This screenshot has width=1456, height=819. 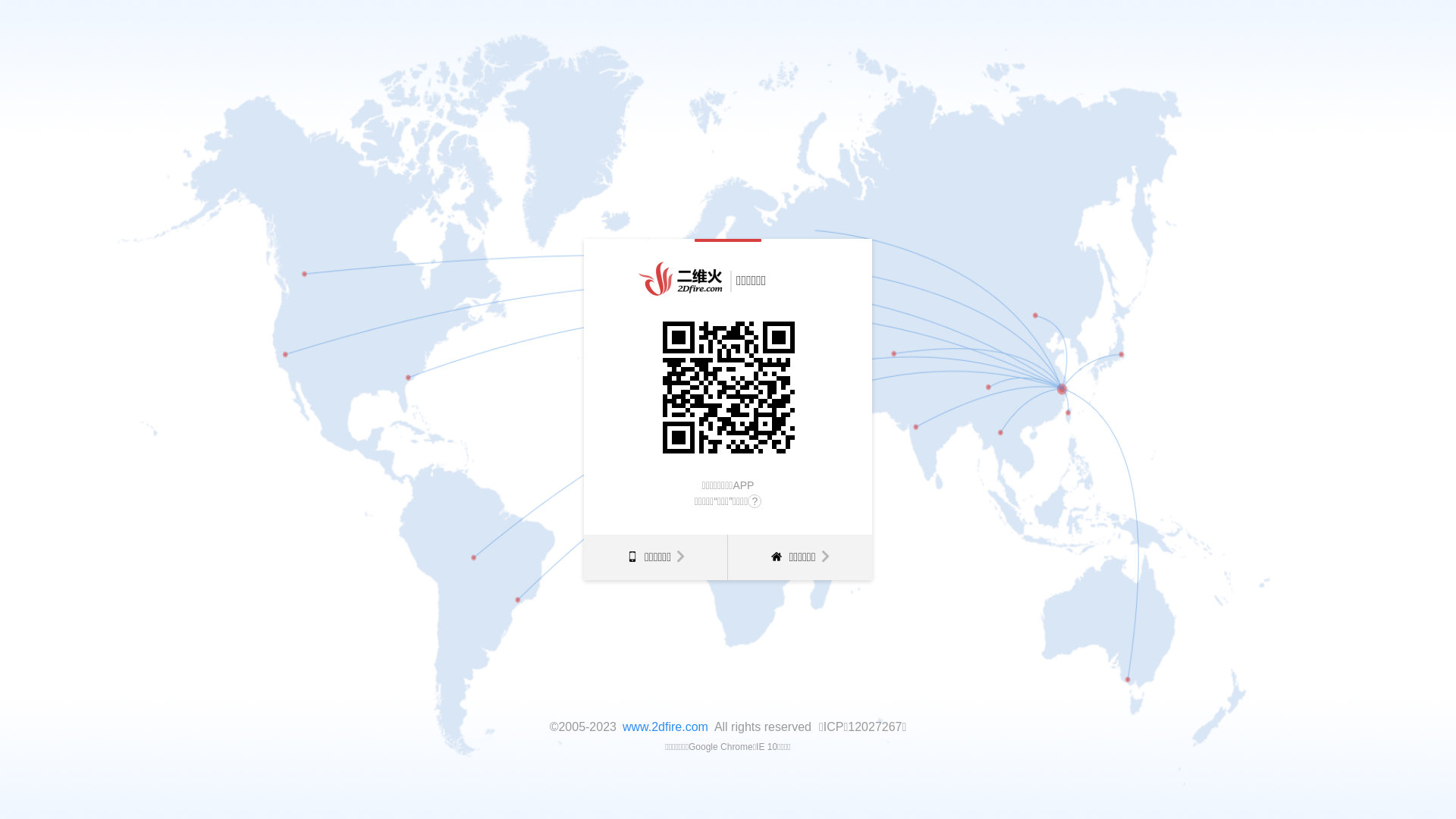 What do you see at coordinates (665, 726) in the screenshot?
I see `'www.2dfire.com'` at bounding box center [665, 726].